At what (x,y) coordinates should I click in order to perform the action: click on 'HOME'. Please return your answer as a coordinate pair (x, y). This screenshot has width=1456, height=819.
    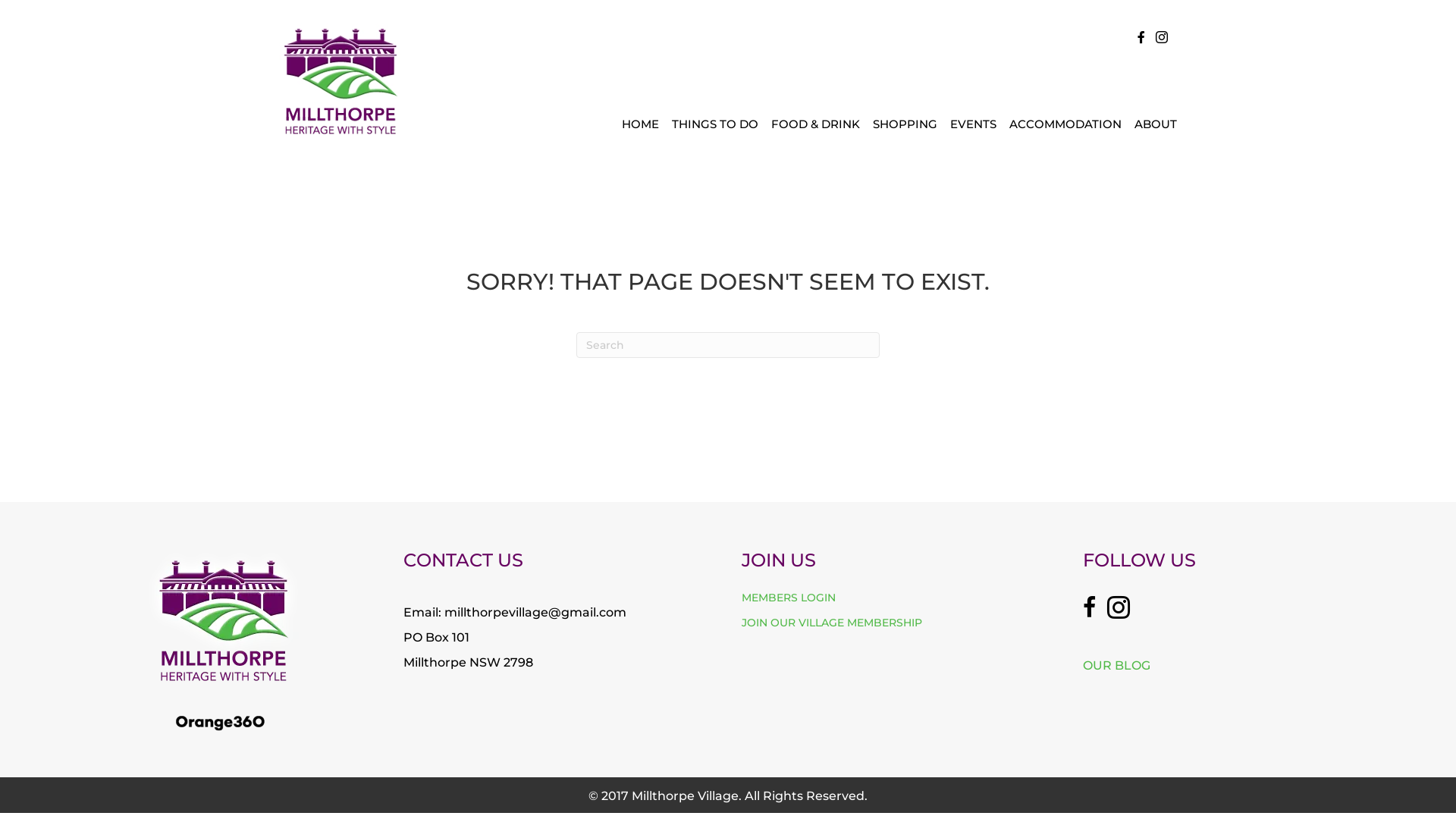
    Looking at the image, I should click on (615, 123).